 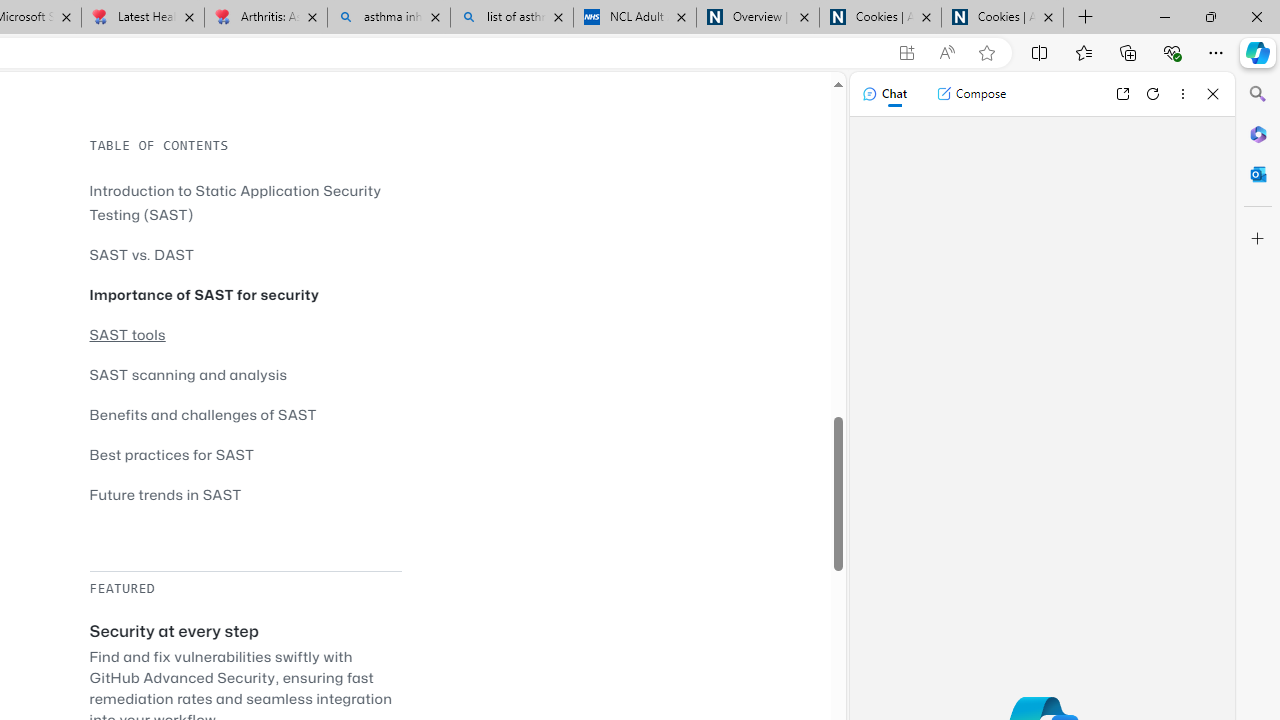 What do you see at coordinates (127, 333) in the screenshot?
I see `'SAST tools'` at bounding box center [127, 333].